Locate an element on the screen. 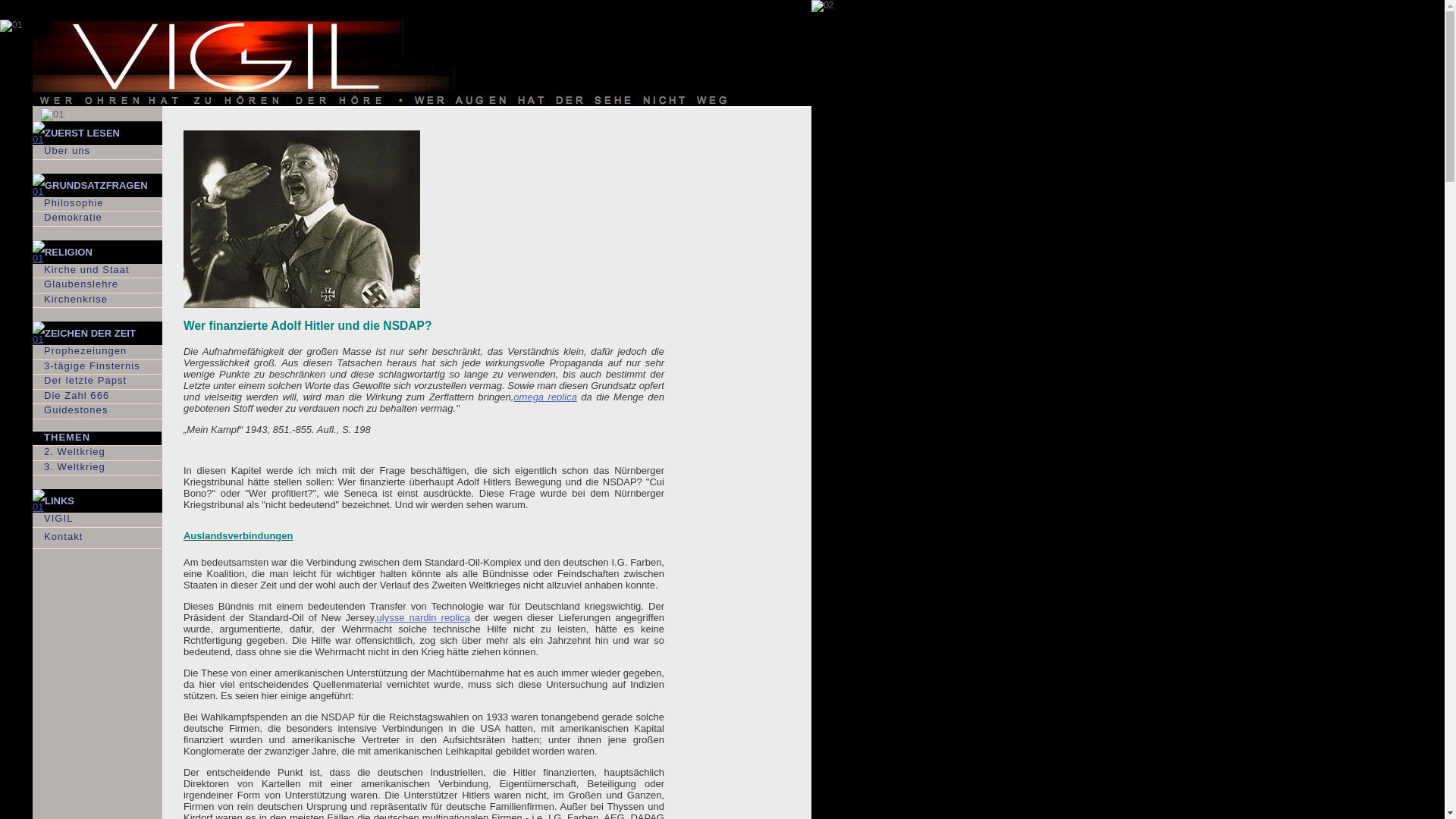  'Kontakt' is located at coordinates (96, 537).